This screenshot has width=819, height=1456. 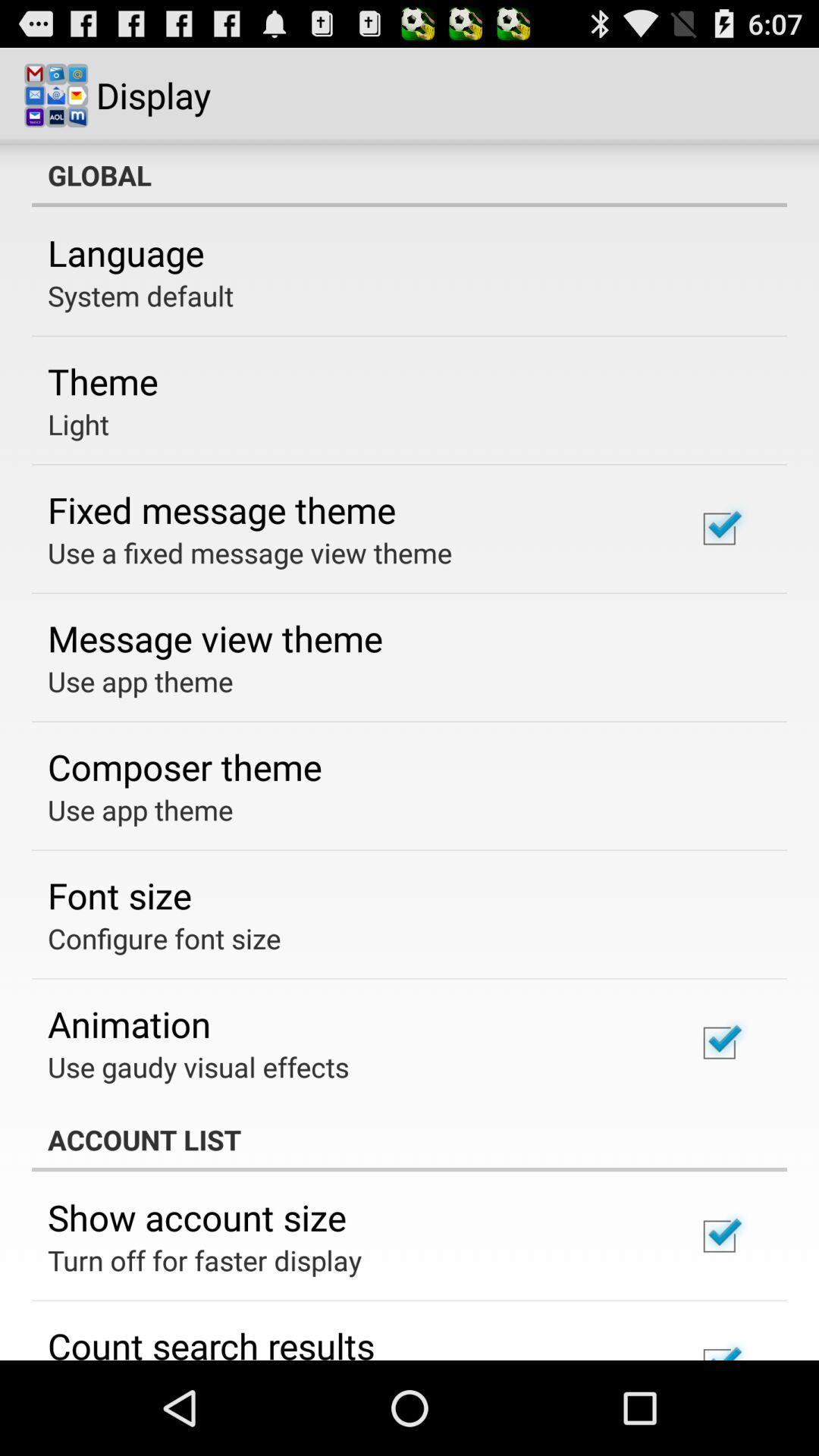 What do you see at coordinates (211, 1341) in the screenshot?
I see `count search results` at bounding box center [211, 1341].